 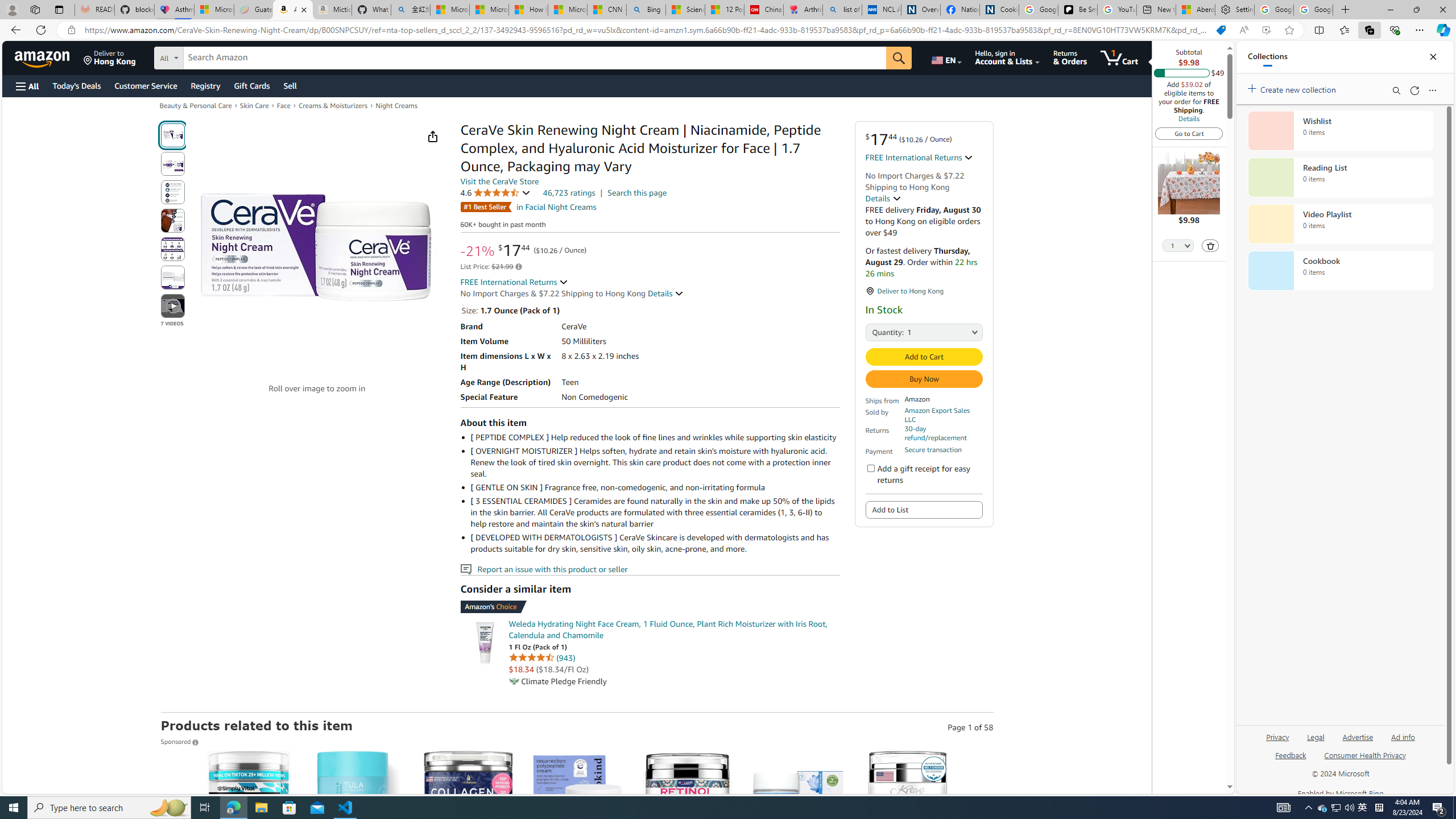 What do you see at coordinates (71, 30) in the screenshot?
I see `'View site information'` at bounding box center [71, 30].